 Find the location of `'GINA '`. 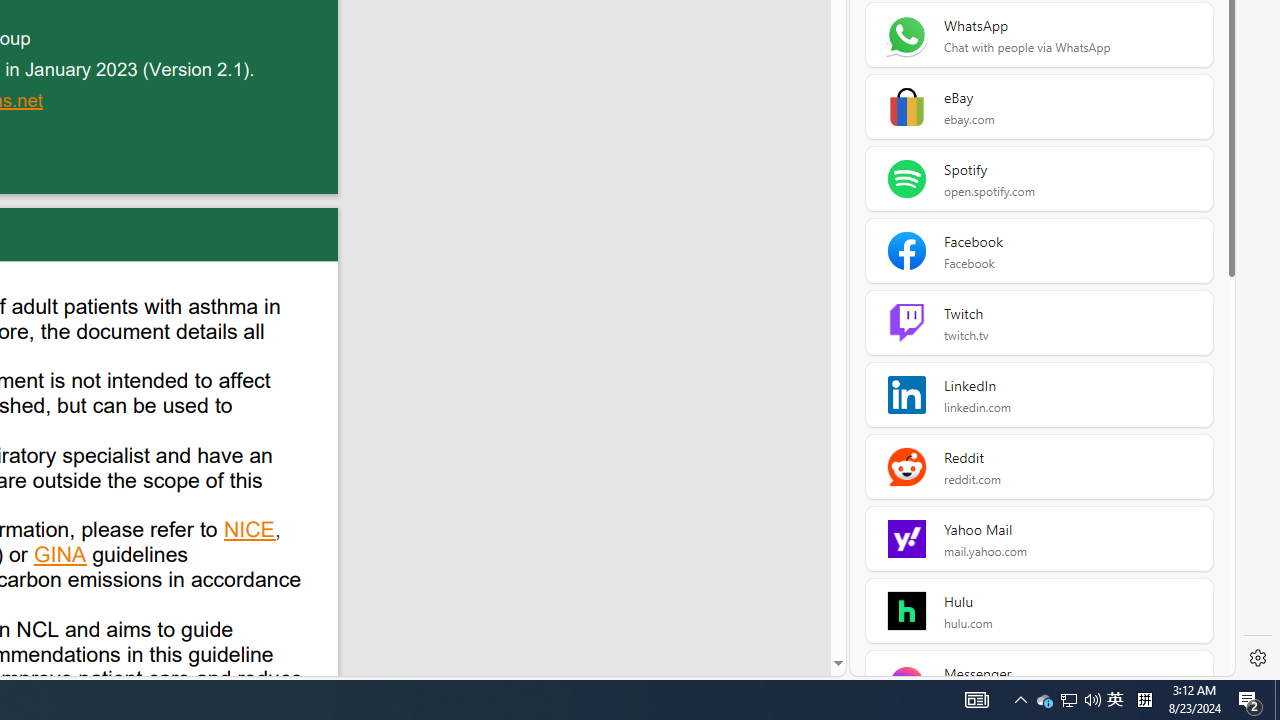

'GINA ' is located at coordinates (61, 557).